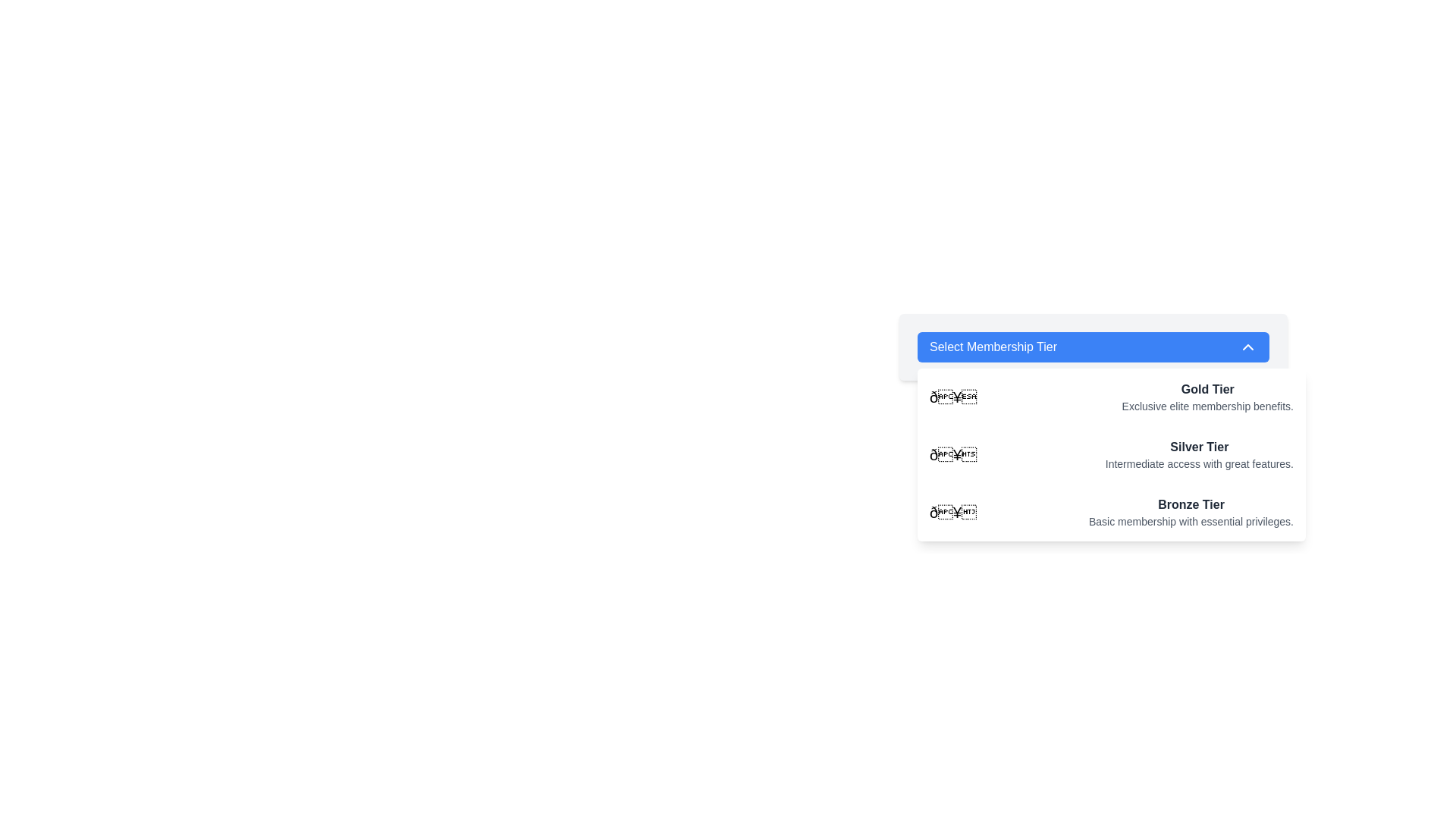  Describe the element at coordinates (993, 347) in the screenshot. I see `the Text label that serves as a heading for the dropdown menu, positioned within a blue bar near the top, aligned centrally with respect to the dropdown bar, and to the left of a chevron icon` at that location.